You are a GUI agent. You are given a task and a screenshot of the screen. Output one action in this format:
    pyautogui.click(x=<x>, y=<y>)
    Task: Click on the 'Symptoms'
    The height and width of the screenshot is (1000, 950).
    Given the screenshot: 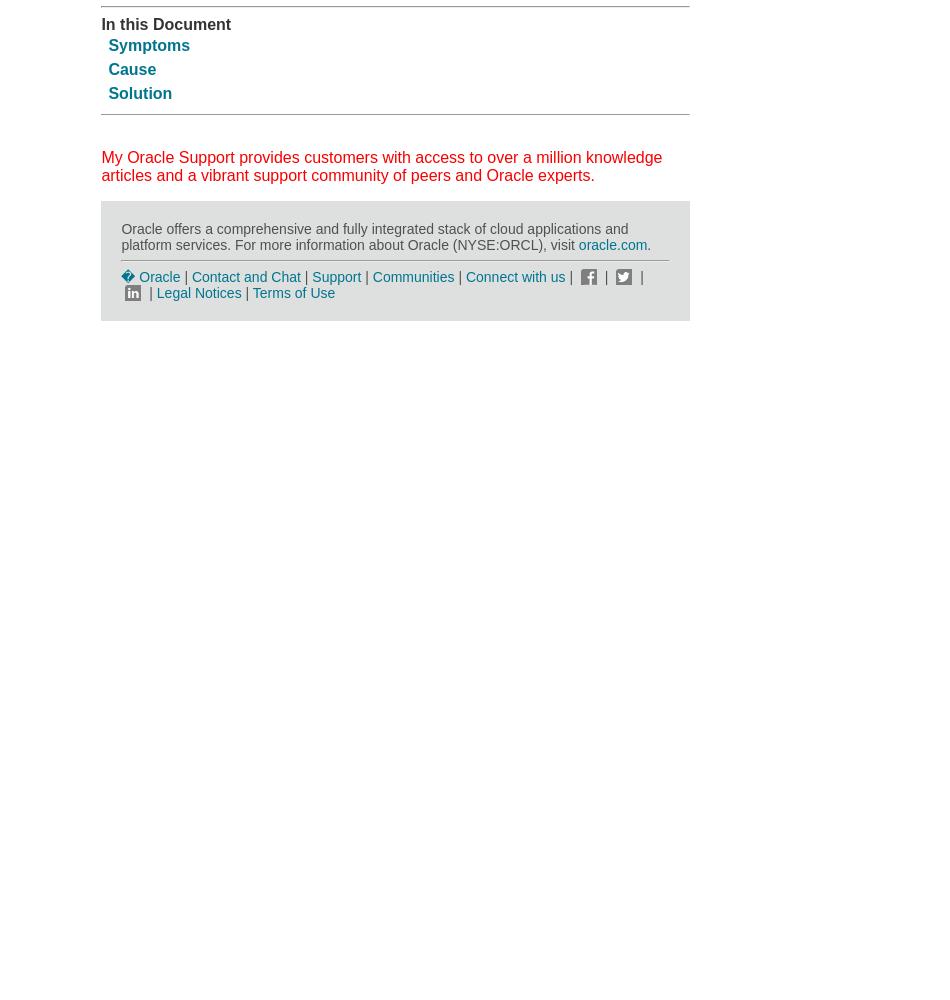 What is the action you would take?
    pyautogui.click(x=148, y=44)
    